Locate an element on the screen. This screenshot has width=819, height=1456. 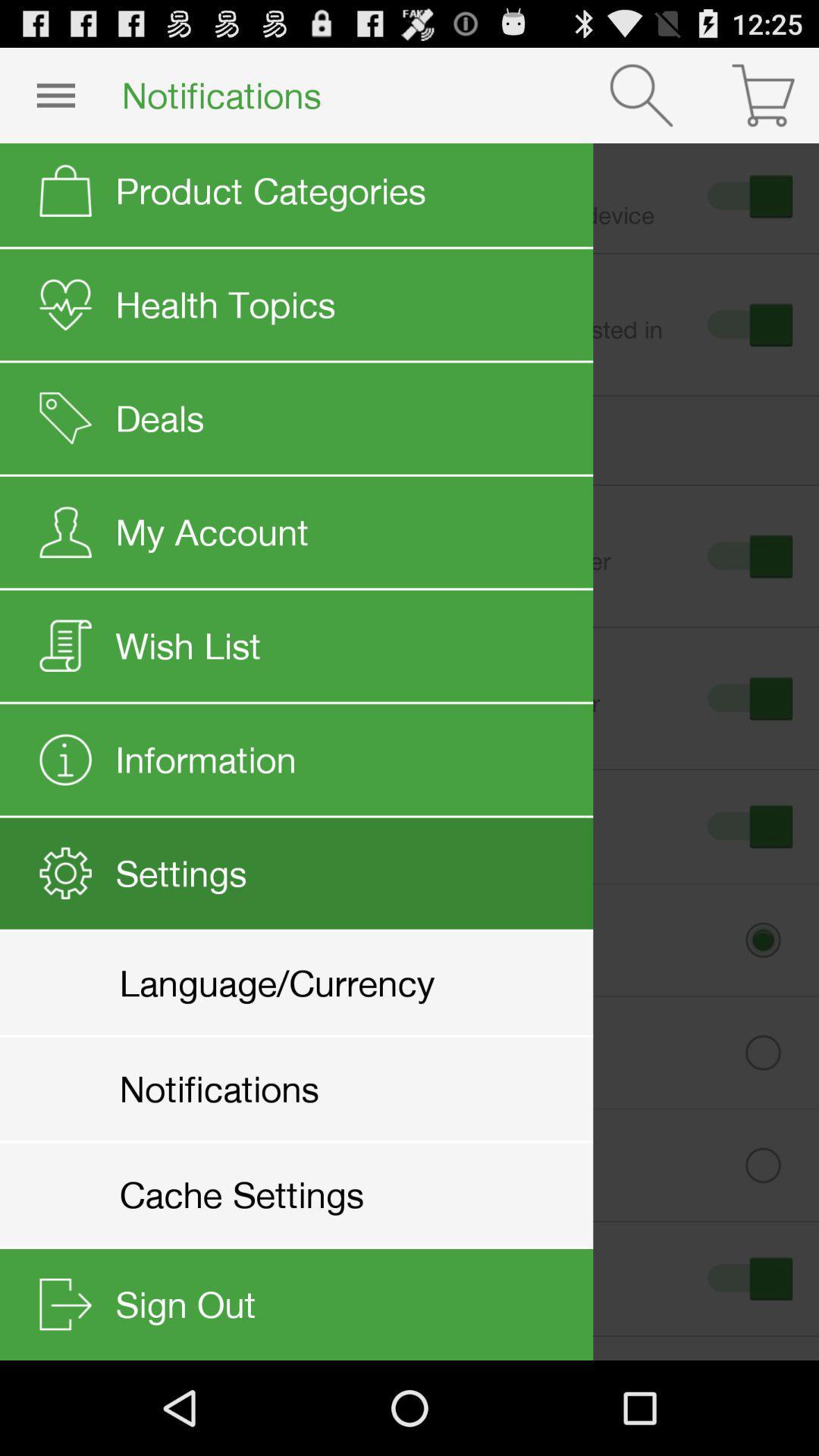
the search icon is located at coordinates (641, 101).